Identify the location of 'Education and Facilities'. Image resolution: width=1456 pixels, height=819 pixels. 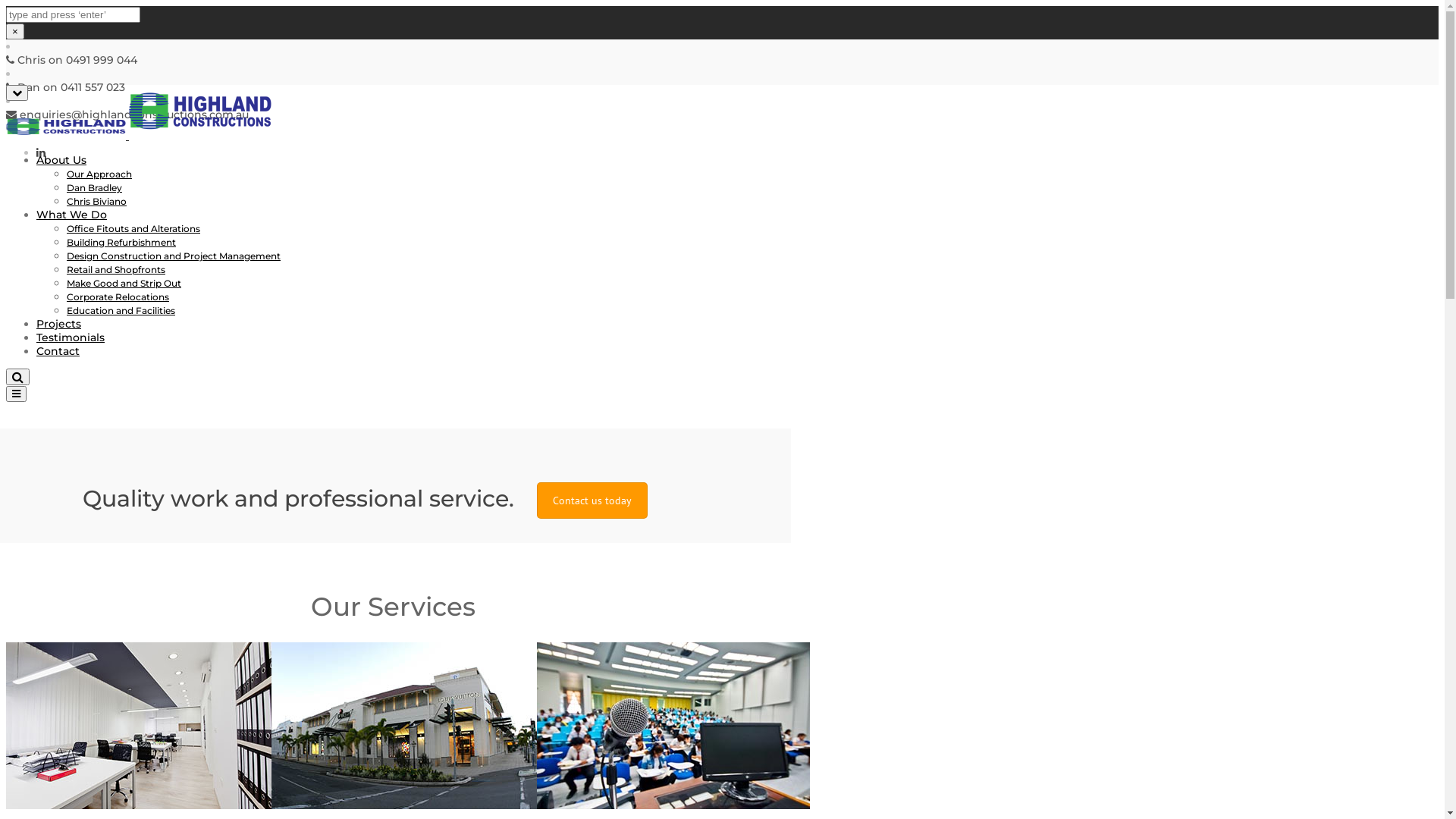
(120, 309).